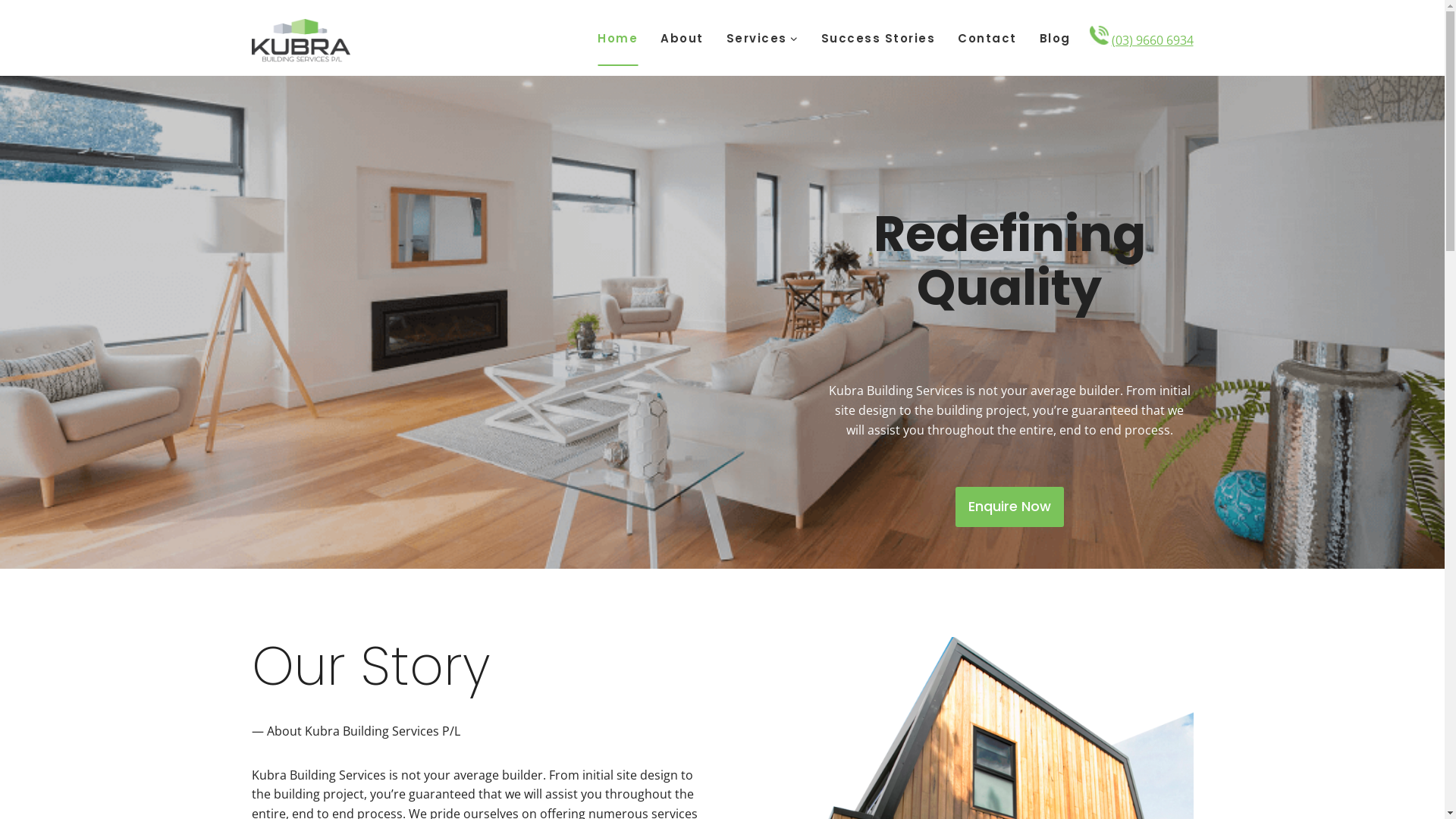  Describe the element at coordinates (761, 37) in the screenshot. I see `'Services'` at that location.